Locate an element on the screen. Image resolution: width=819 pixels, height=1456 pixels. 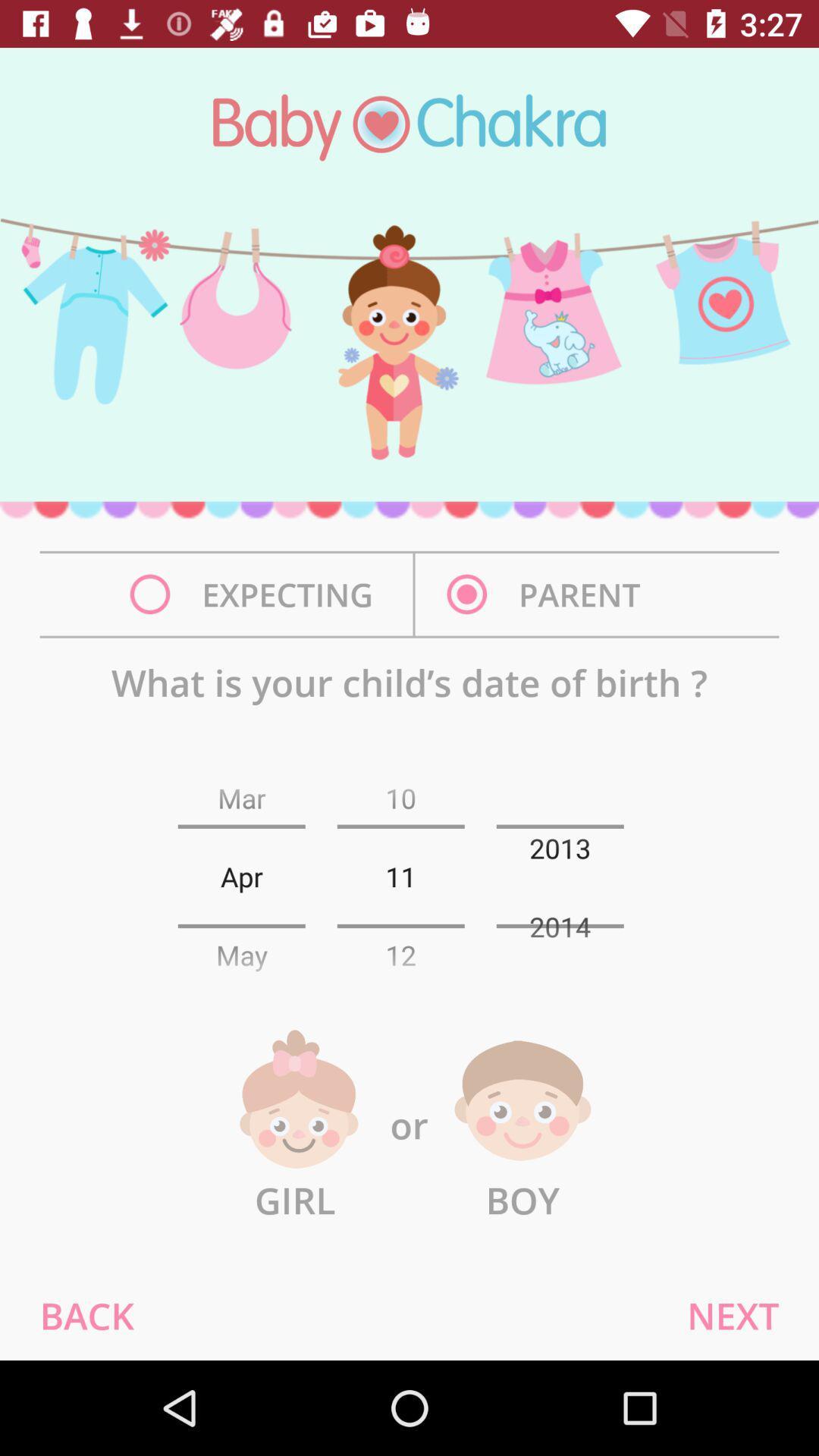
the image which is above the girl is located at coordinates (295, 1100).